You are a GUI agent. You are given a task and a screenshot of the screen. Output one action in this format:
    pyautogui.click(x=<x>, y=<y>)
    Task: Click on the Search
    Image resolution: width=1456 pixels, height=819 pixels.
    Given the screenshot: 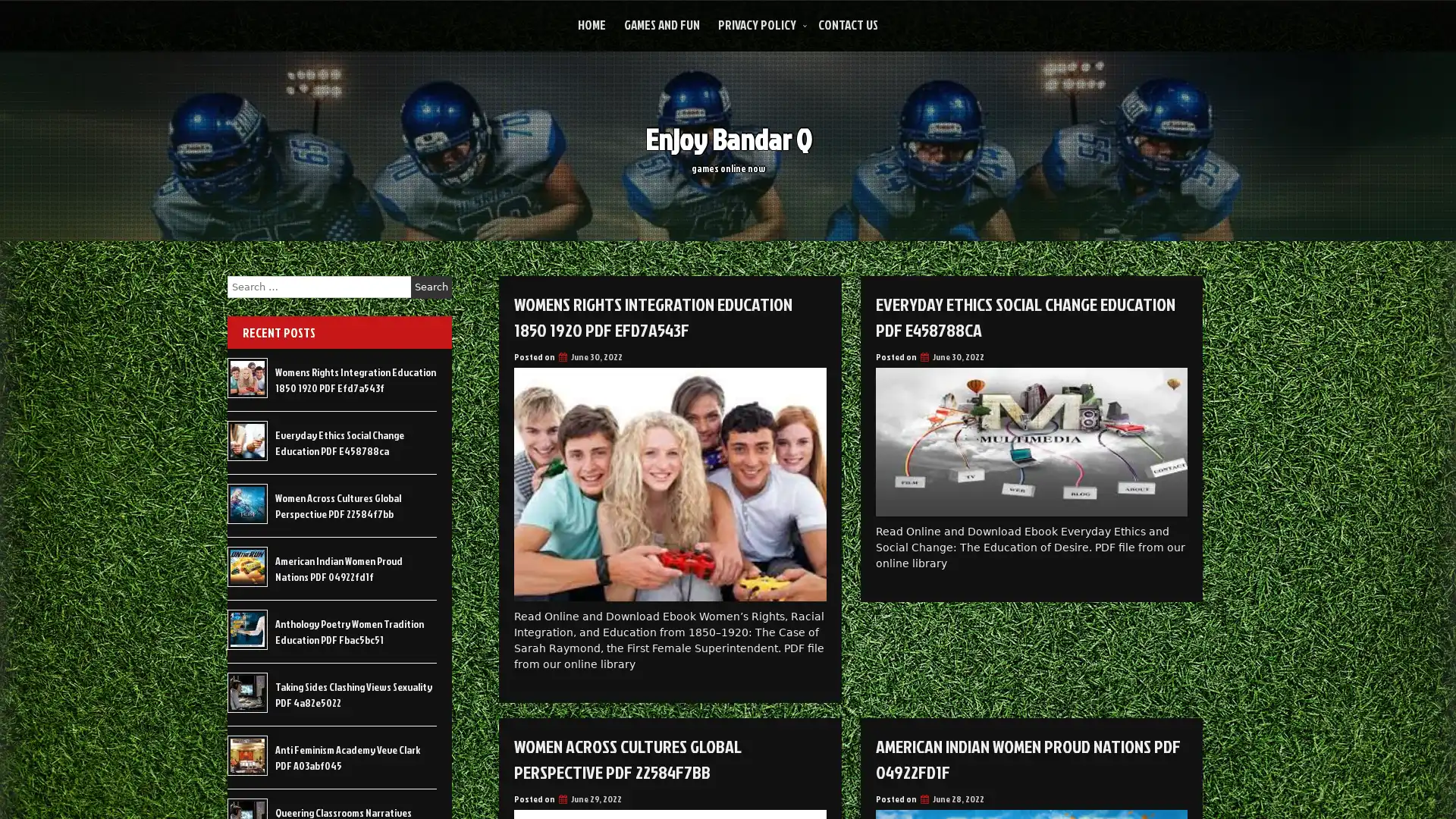 What is the action you would take?
    pyautogui.click(x=431, y=287)
    